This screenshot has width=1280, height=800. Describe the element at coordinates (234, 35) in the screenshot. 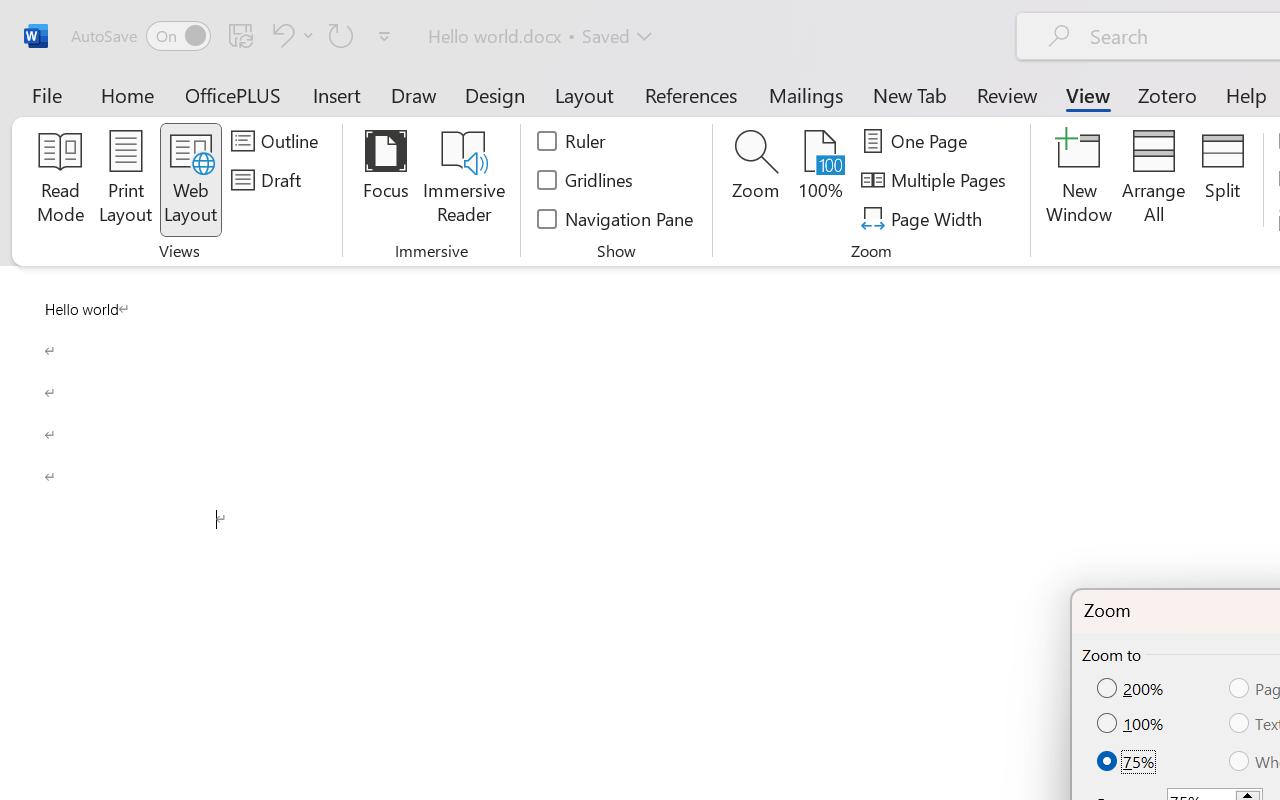

I see `'Quick Access Toolbar'` at that location.